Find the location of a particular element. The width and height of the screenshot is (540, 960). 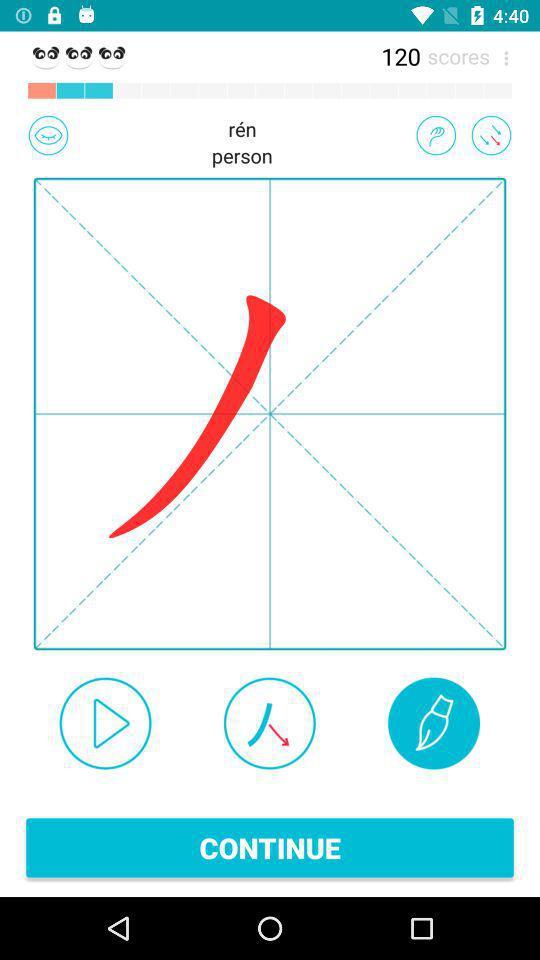

next is located at coordinates (105, 722).